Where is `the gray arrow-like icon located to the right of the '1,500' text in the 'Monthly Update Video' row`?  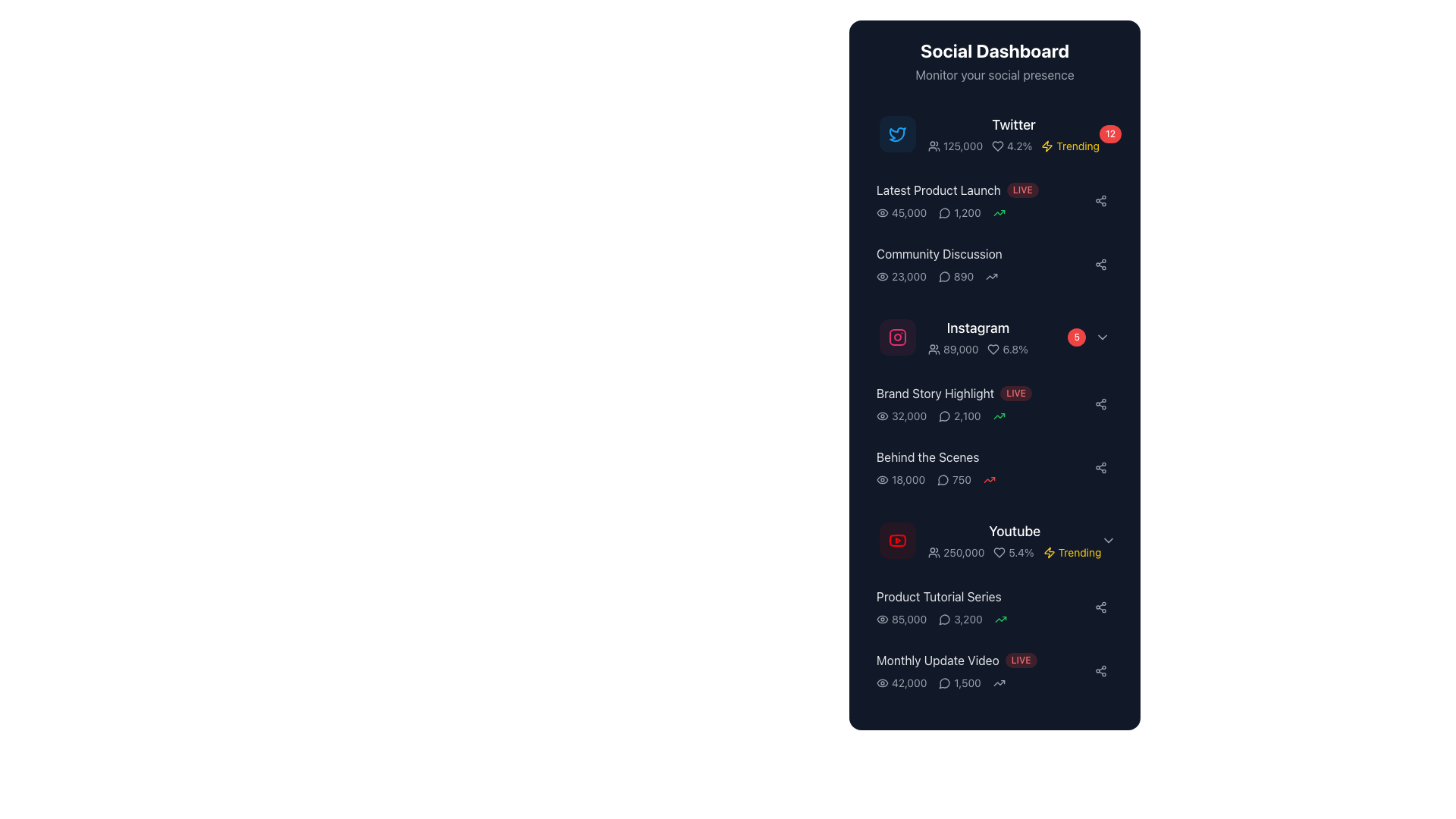 the gray arrow-like icon located to the right of the '1,500' text in the 'Monthly Update Video' row is located at coordinates (999, 683).